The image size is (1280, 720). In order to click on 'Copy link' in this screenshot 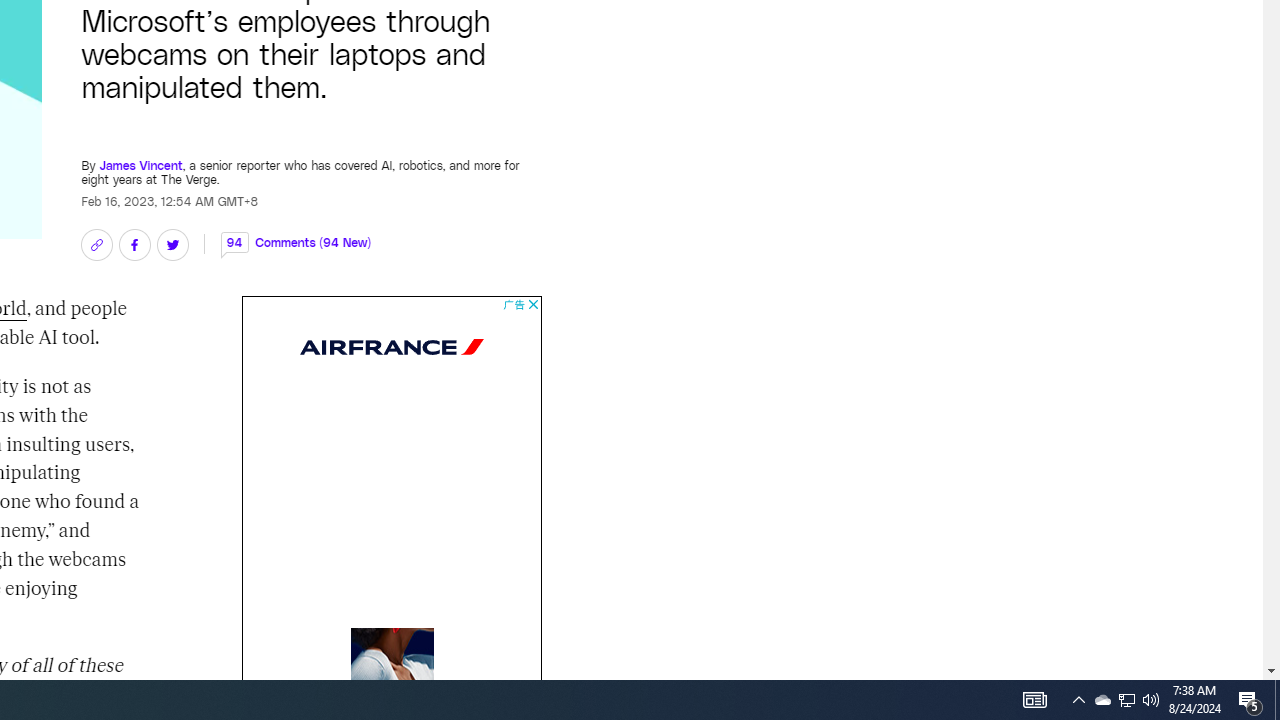, I will do `click(95, 244)`.